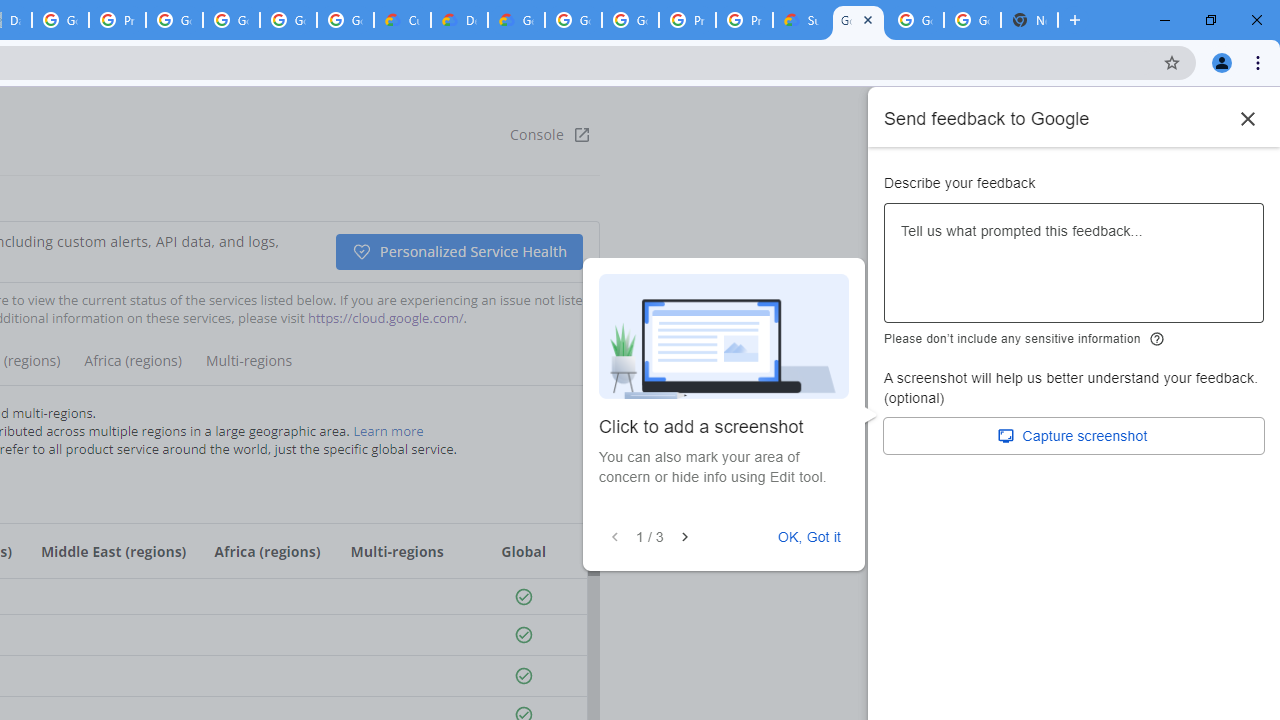 This screenshot has height=720, width=1280. Describe the element at coordinates (801, 20) in the screenshot. I see `'Support Hub | Google Cloud'` at that location.